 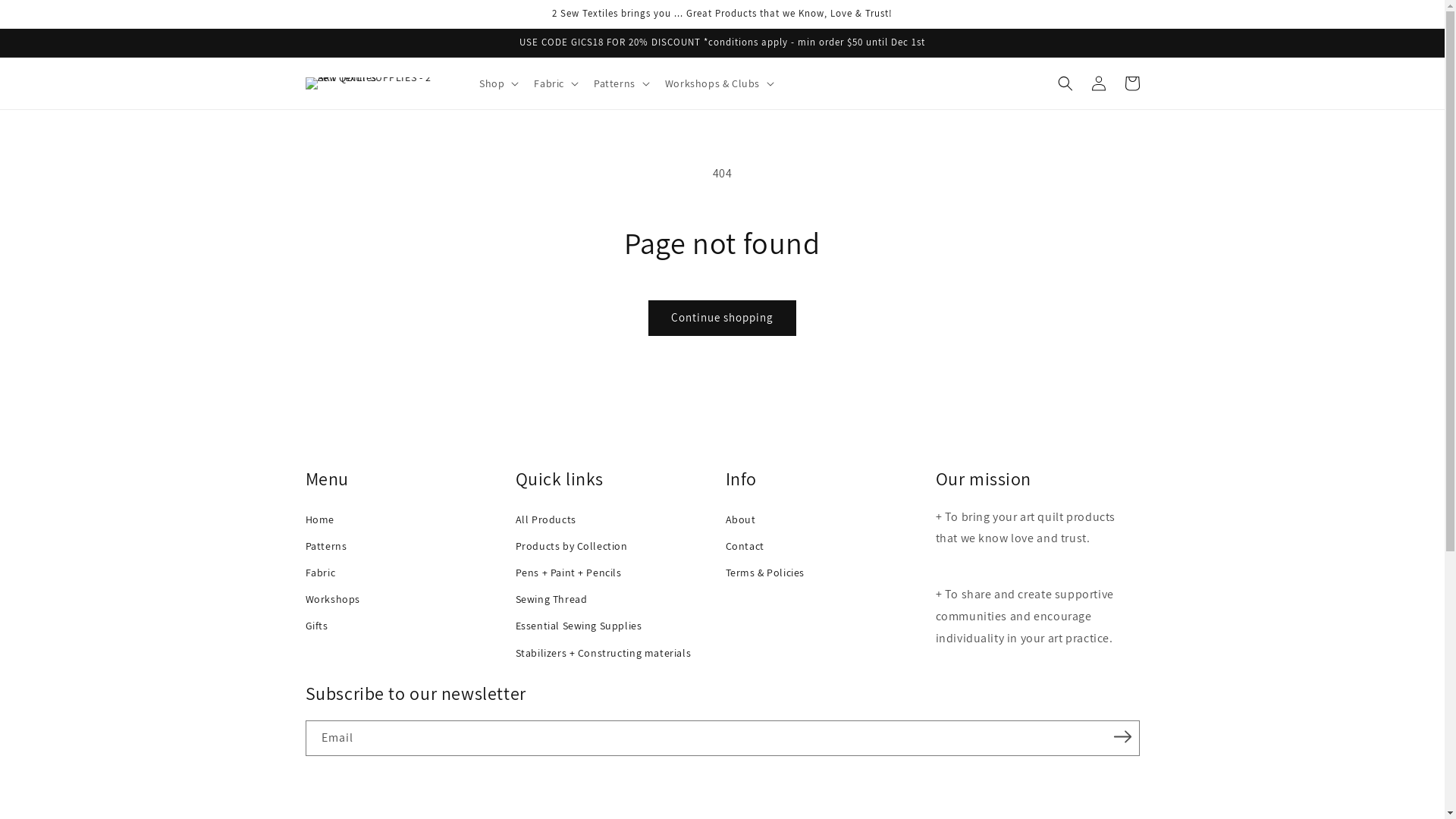 I want to click on 'Pens + Paint + Pencils', so click(x=617, y=573).